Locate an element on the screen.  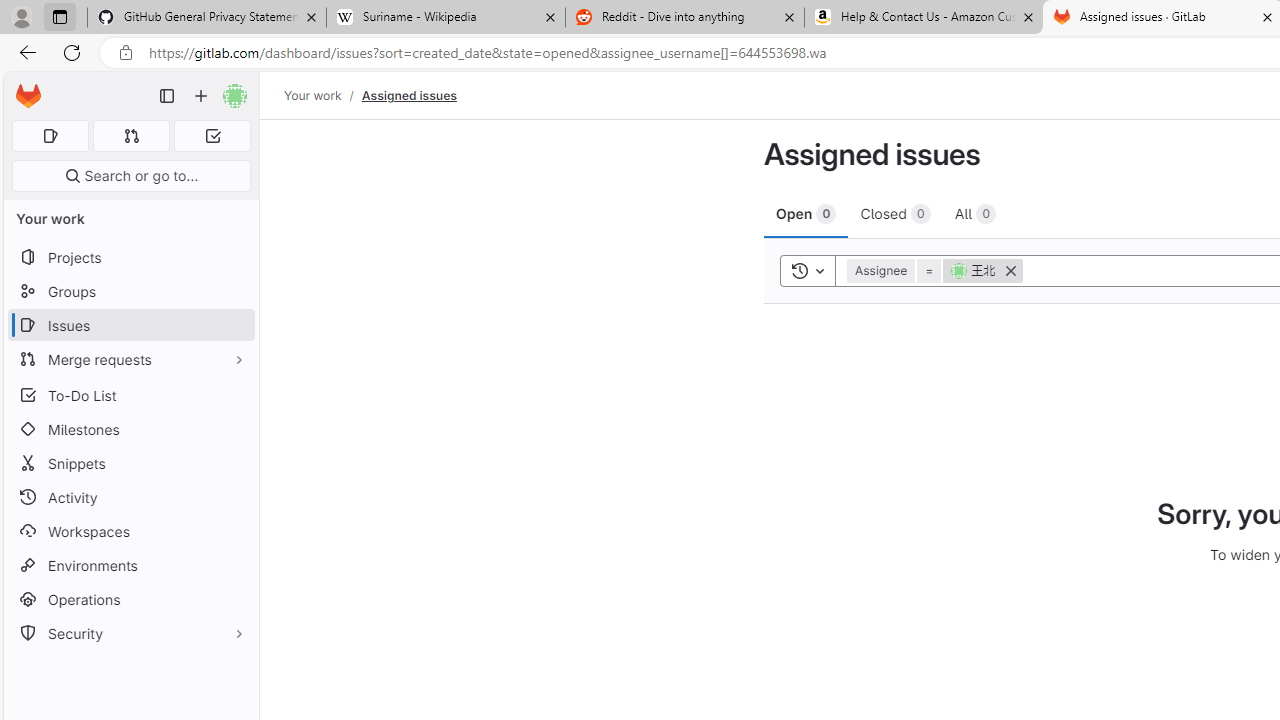
'All 0' is located at coordinates (975, 213).